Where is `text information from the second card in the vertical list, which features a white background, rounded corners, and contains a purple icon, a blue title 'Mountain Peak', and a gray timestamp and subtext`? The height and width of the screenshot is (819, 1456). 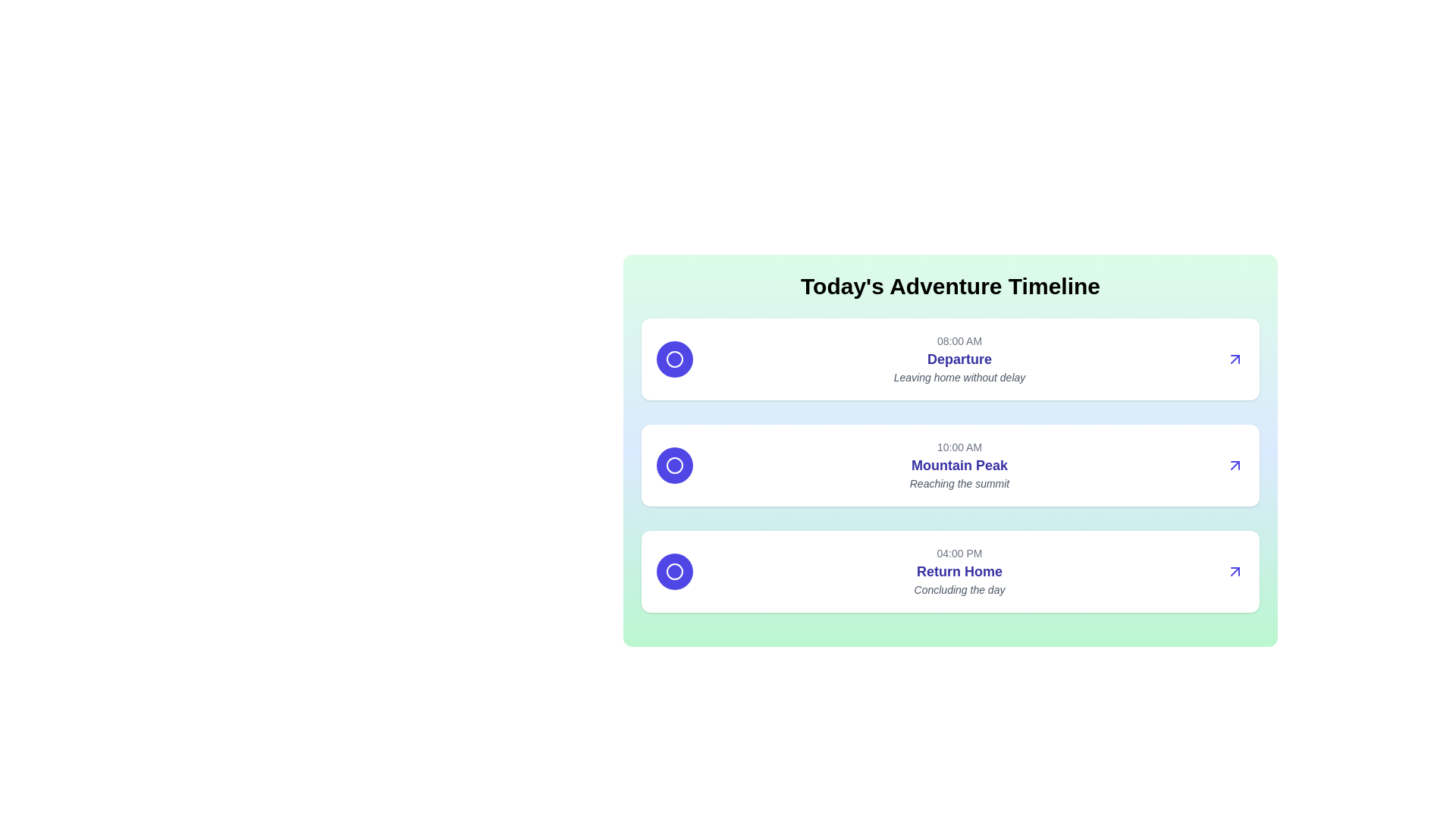 text information from the second card in the vertical list, which features a white background, rounded corners, and contains a purple icon, a blue title 'Mountain Peak', and a gray timestamp and subtext is located at coordinates (949, 464).